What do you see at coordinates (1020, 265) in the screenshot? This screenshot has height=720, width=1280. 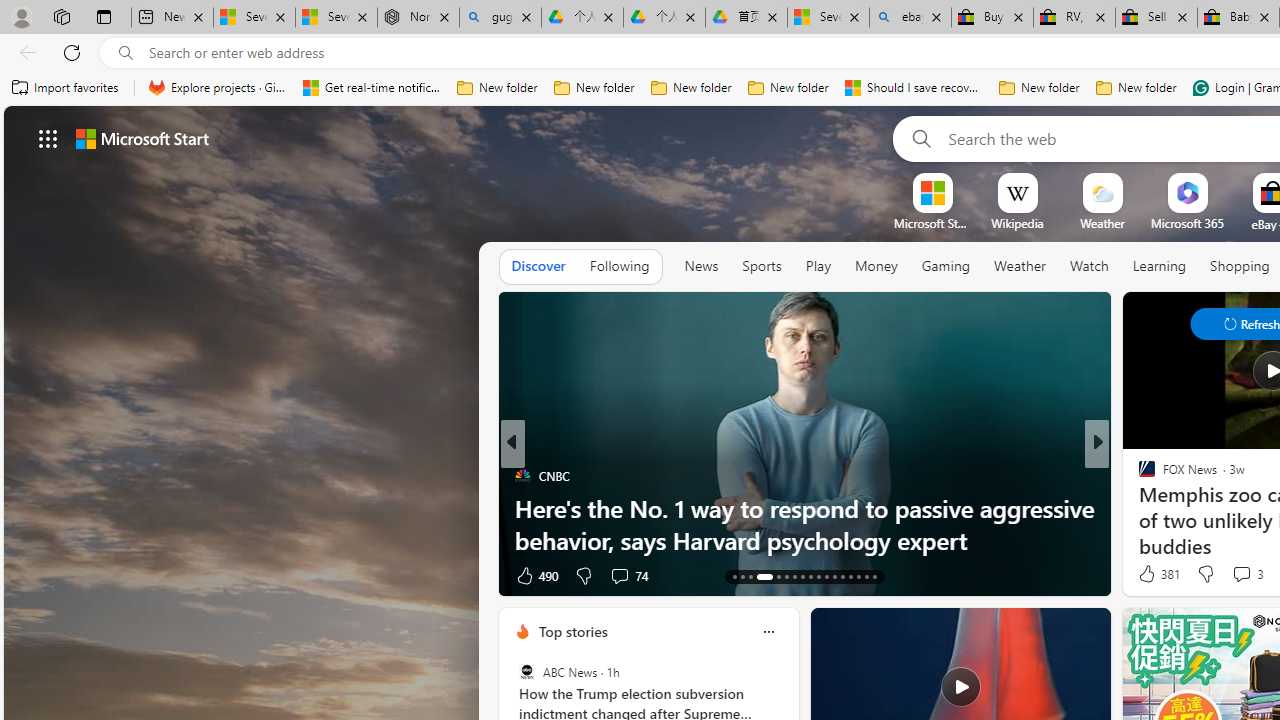 I see `'Weather'` at bounding box center [1020, 265].